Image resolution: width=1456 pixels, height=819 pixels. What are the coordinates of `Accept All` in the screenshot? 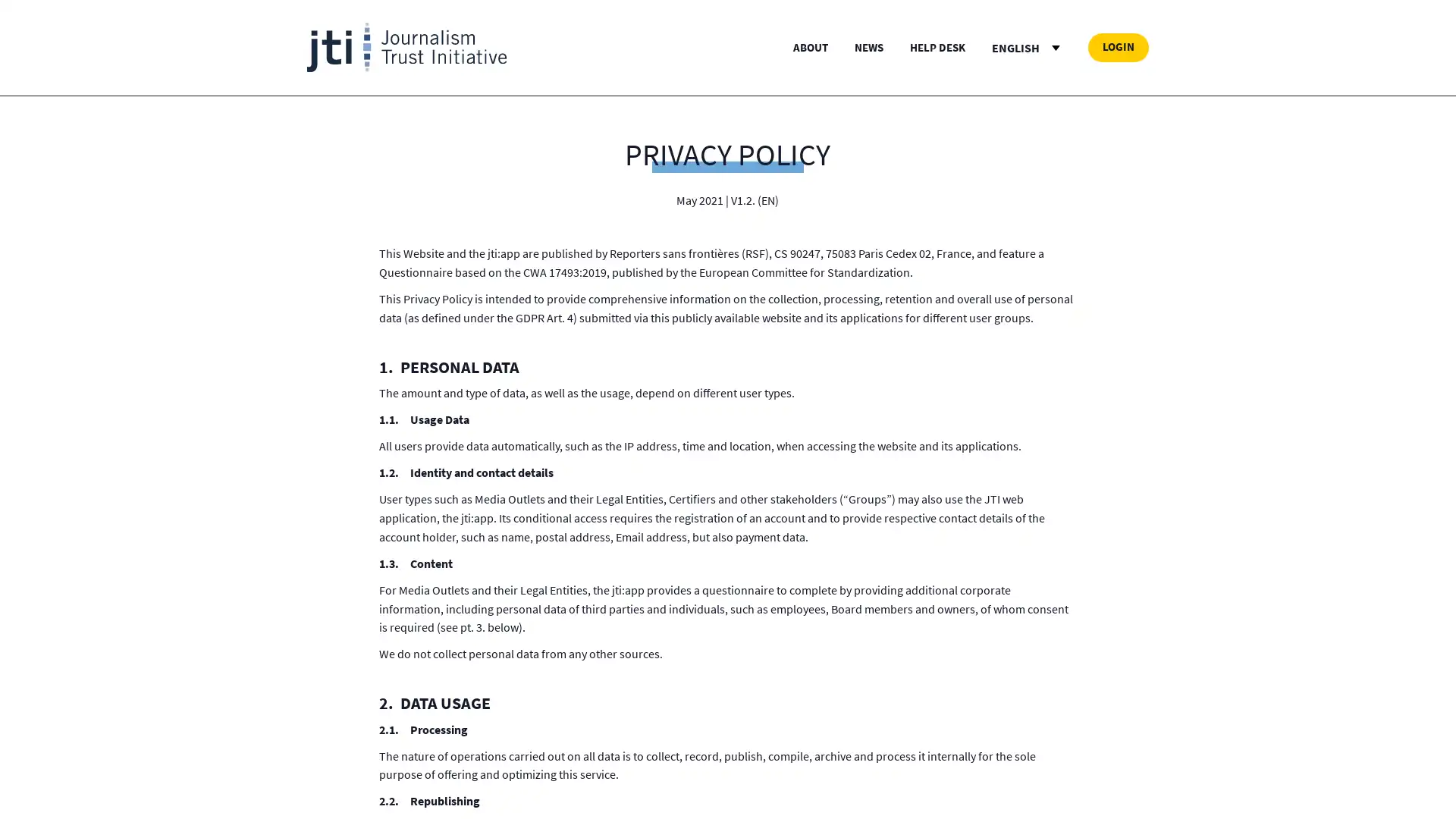 It's located at (877, 496).